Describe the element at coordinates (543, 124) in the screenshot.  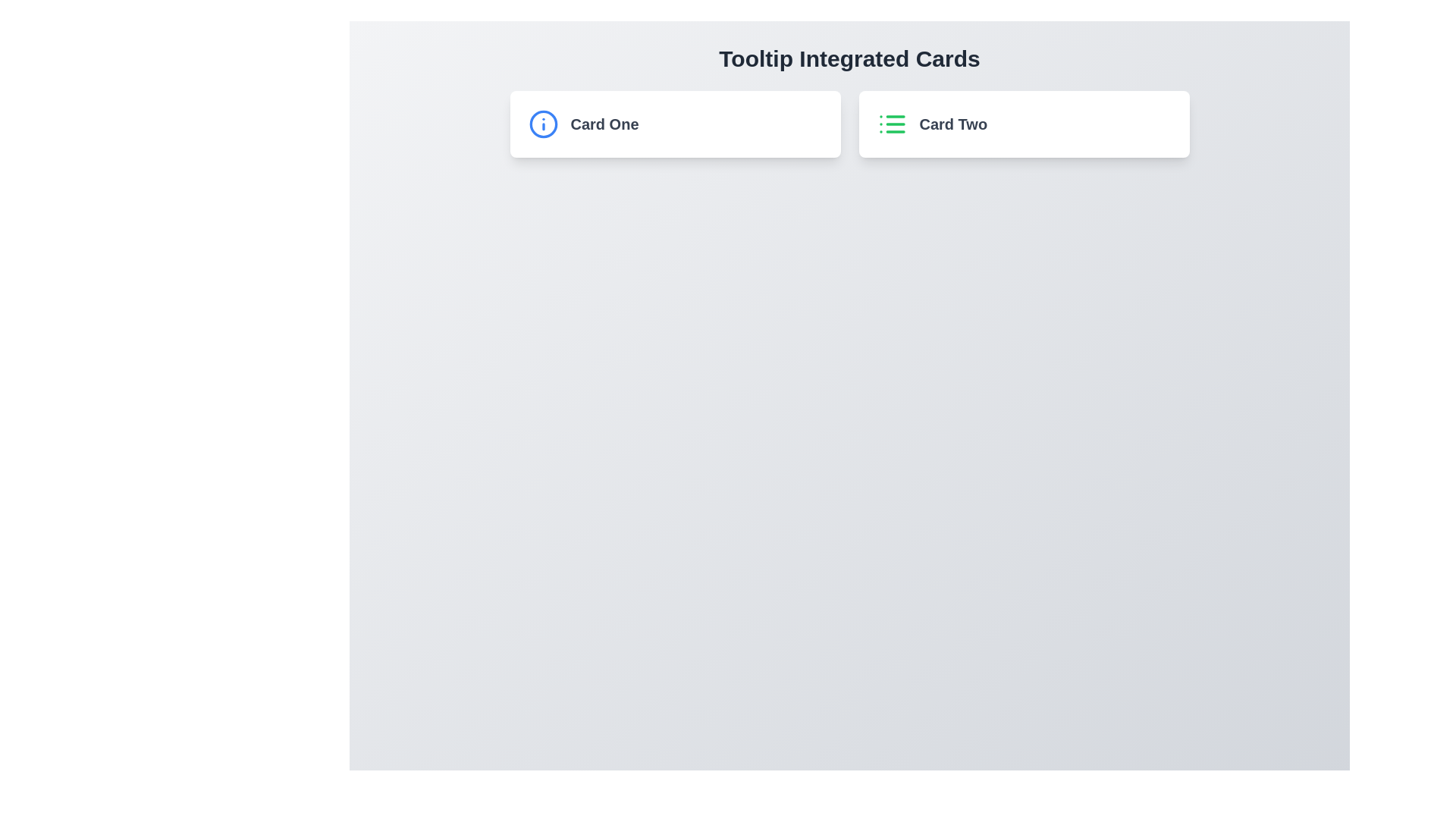
I see `the circular blue outline of the 'info' icon located inside the left card labeled 'Card One' at the top of the interface, positioned to the left of the text 'Card One'` at that location.